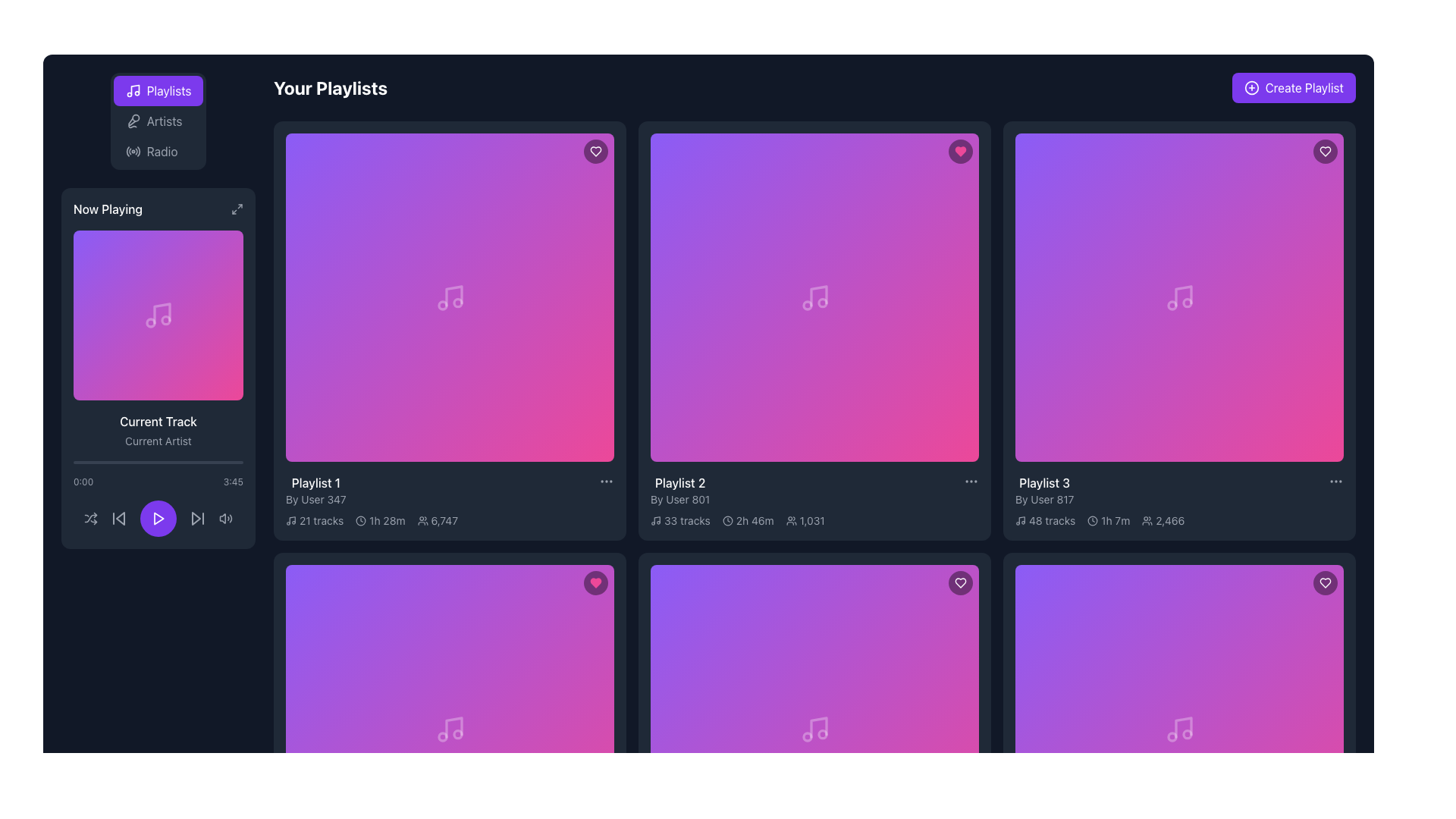  I want to click on the playback icon located at the center of the rightmost card in the top row of the playlists grid to trigger a tooltip or visual response, so click(1179, 297).